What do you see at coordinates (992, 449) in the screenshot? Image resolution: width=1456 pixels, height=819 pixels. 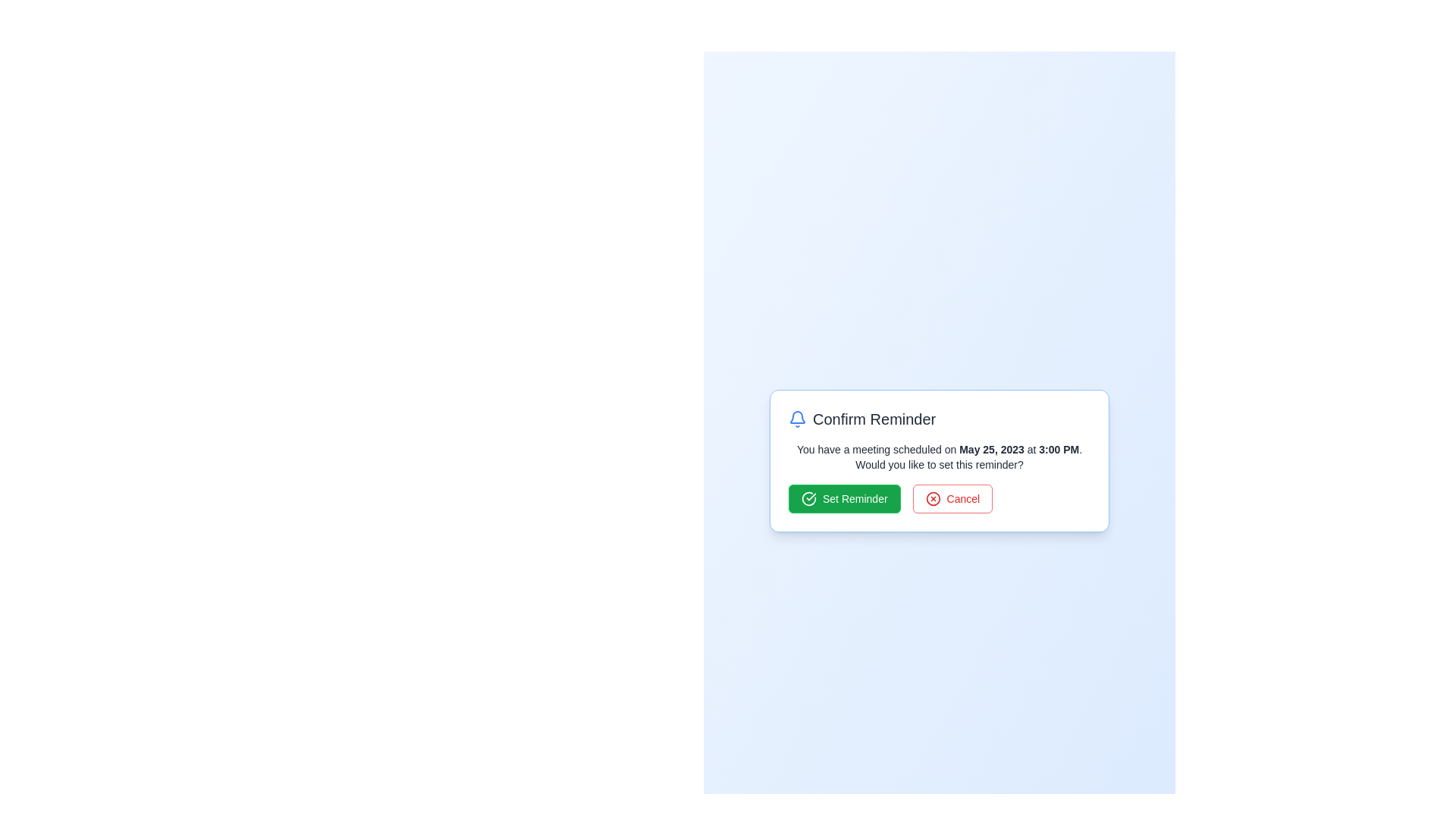 I see `the bold text displaying 'May 25, 2023' within the sentence about the meeting reminder` at bounding box center [992, 449].